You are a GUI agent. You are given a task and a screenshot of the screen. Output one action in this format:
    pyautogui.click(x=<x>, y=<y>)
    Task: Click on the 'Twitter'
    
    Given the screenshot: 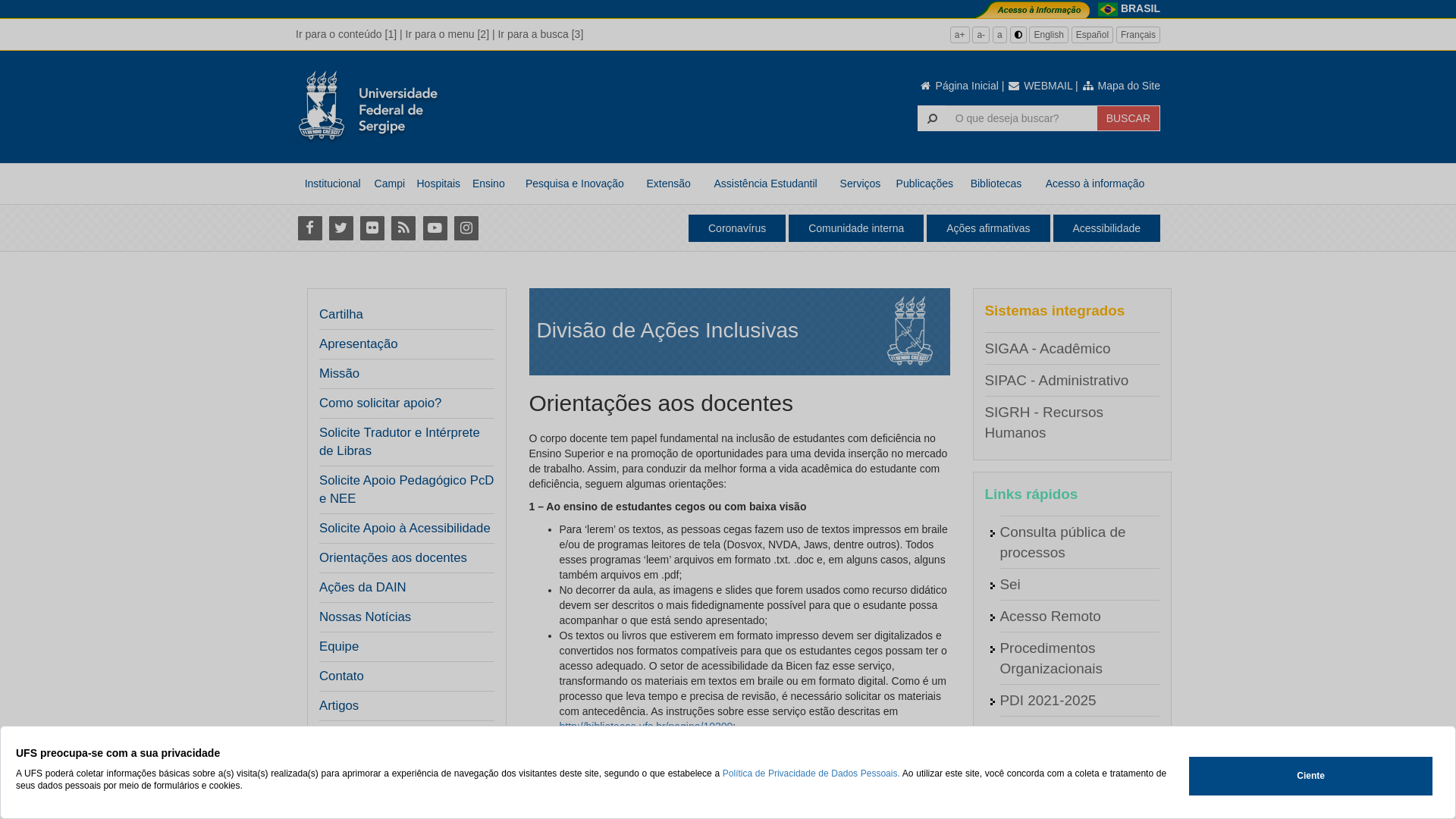 What is the action you would take?
    pyautogui.click(x=340, y=227)
    